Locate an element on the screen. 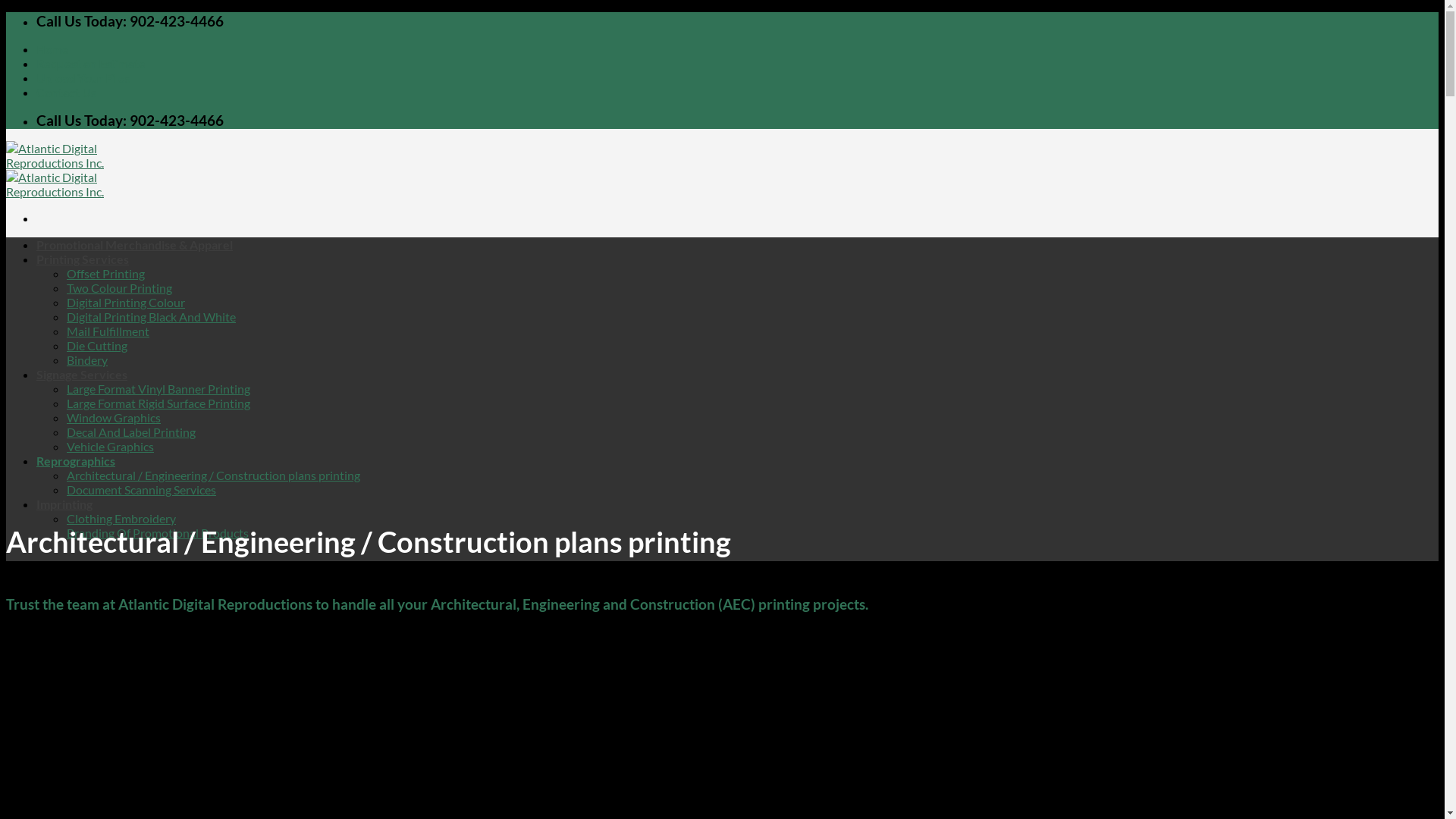 This screenshot has height=819, width=1456. 'Bindery' is located at coordinates (86, 359).